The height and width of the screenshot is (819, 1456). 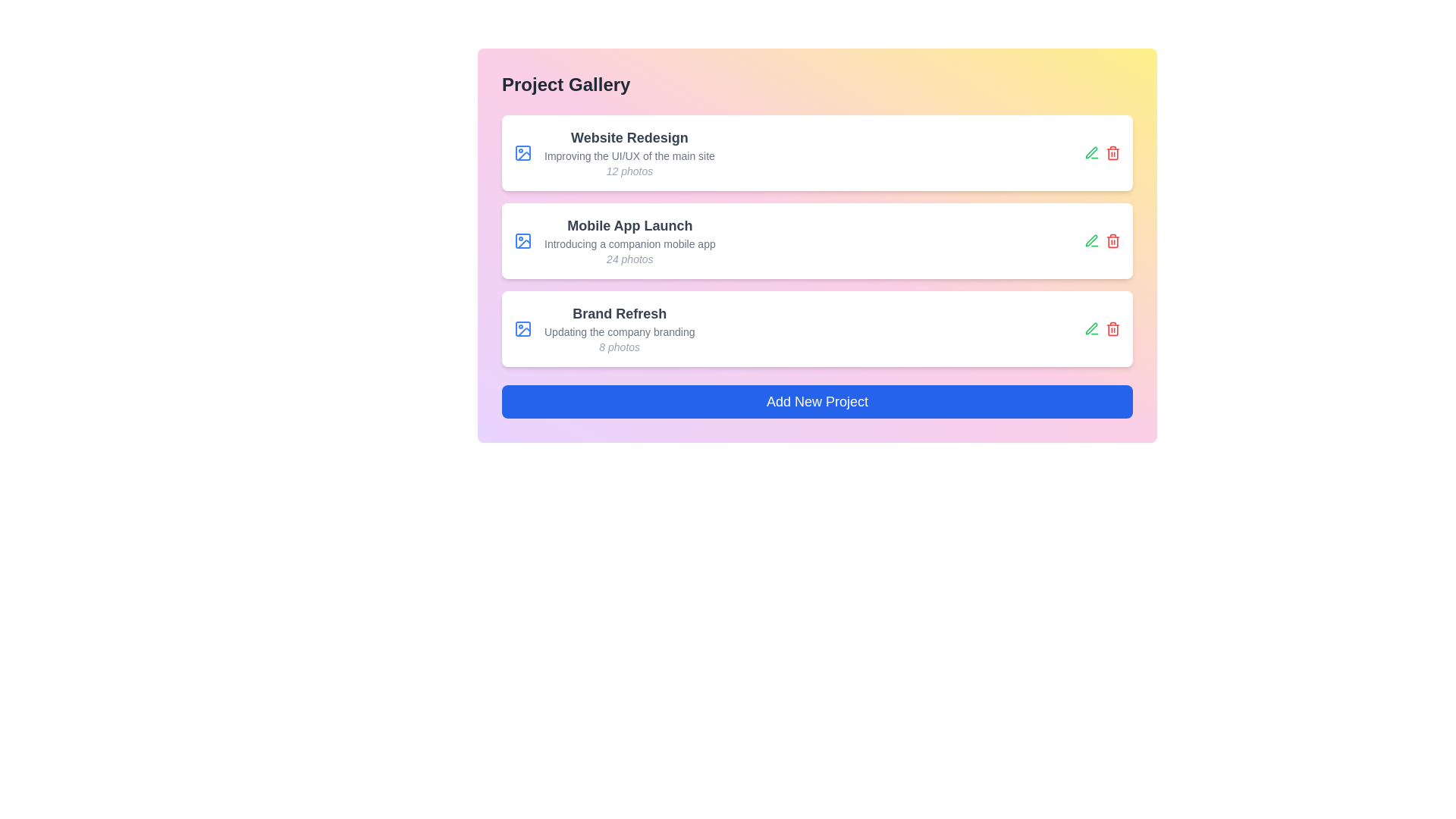 I want to click on edit button for the project Website Redesign, so click(x=1092, y=152).